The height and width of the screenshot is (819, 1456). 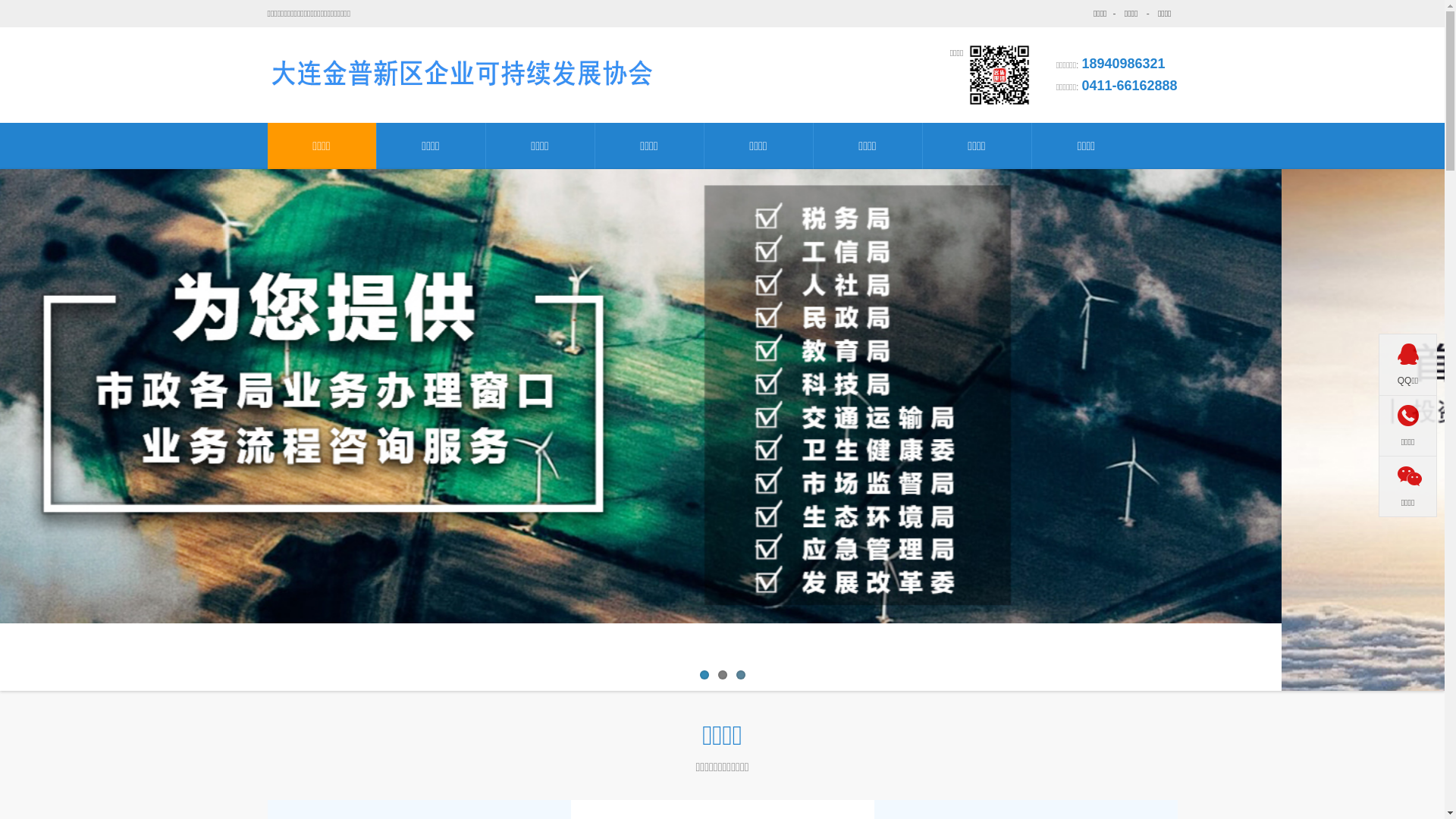 What do you see at coordinates (698, 674) in the screenshot?
I see `'1'` at bounding box center [698, 674].